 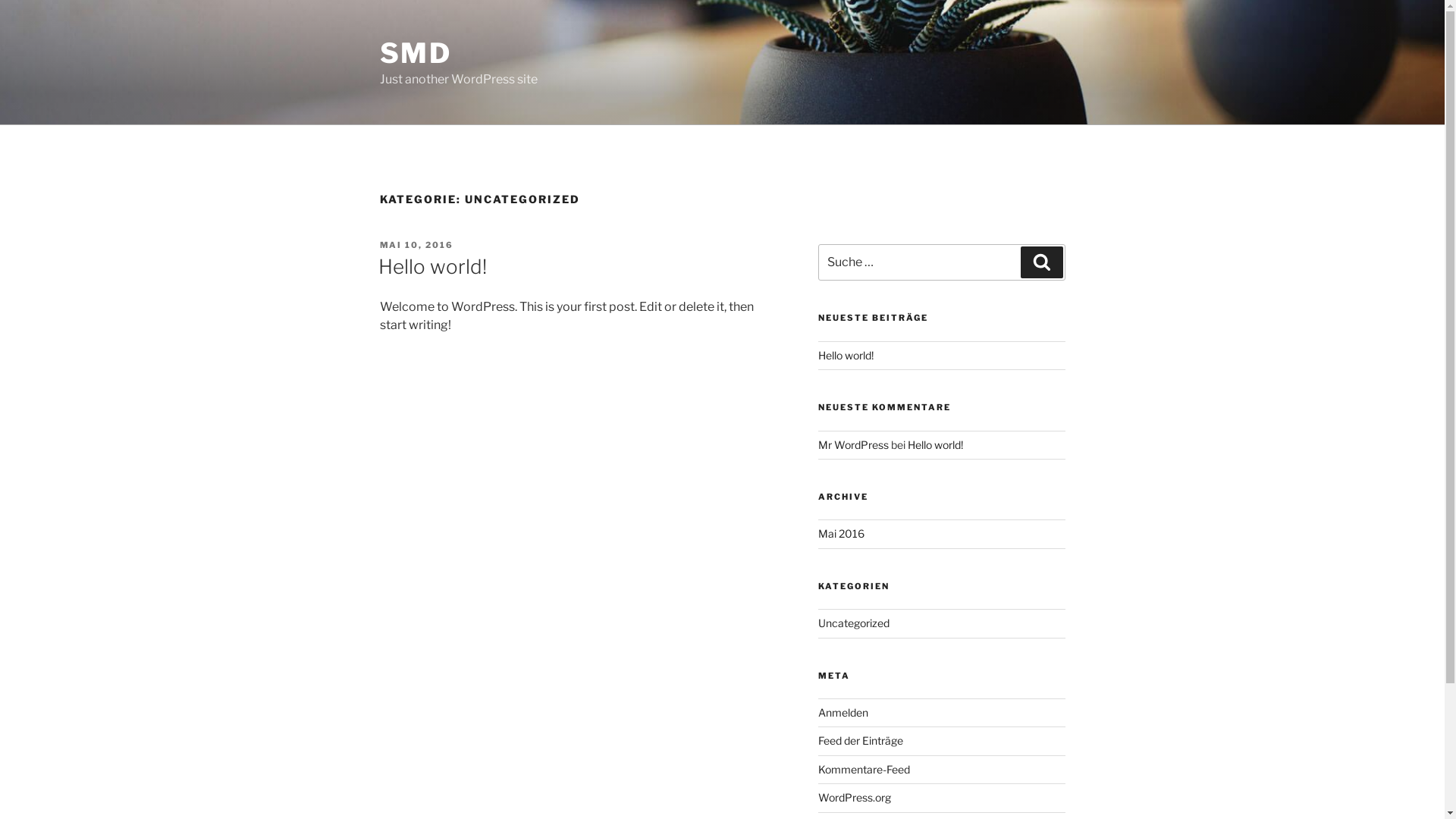 I want to click on 'Hello world!', so click(x=845, y=355).